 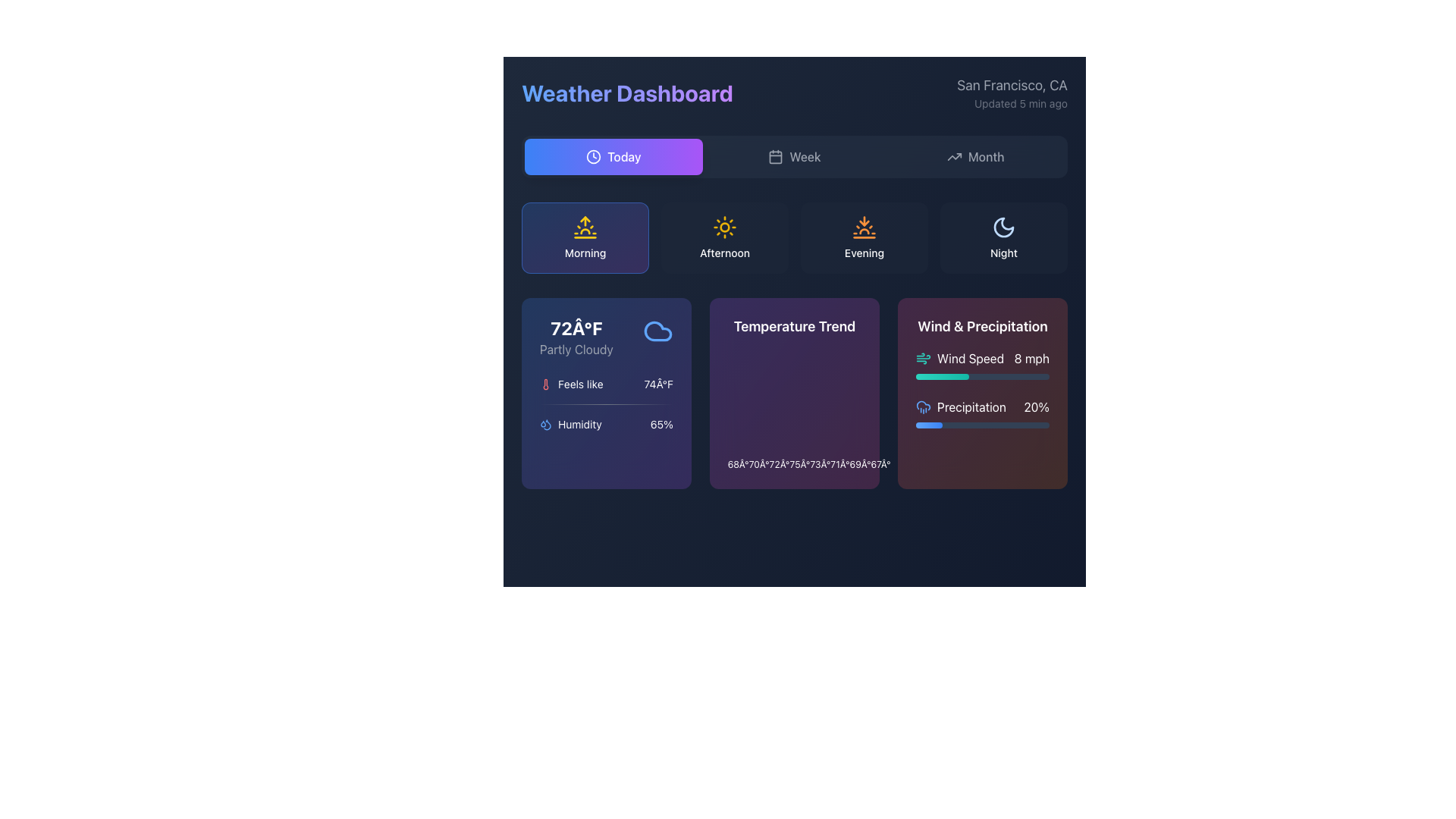 What do you see at coordinates (739, 464) in the screenshot?
I see `the temperature value label located in the bottom portion of the 'Temperature Trend' section, which represents a specific temperature value` at bounding box center [739, 464].